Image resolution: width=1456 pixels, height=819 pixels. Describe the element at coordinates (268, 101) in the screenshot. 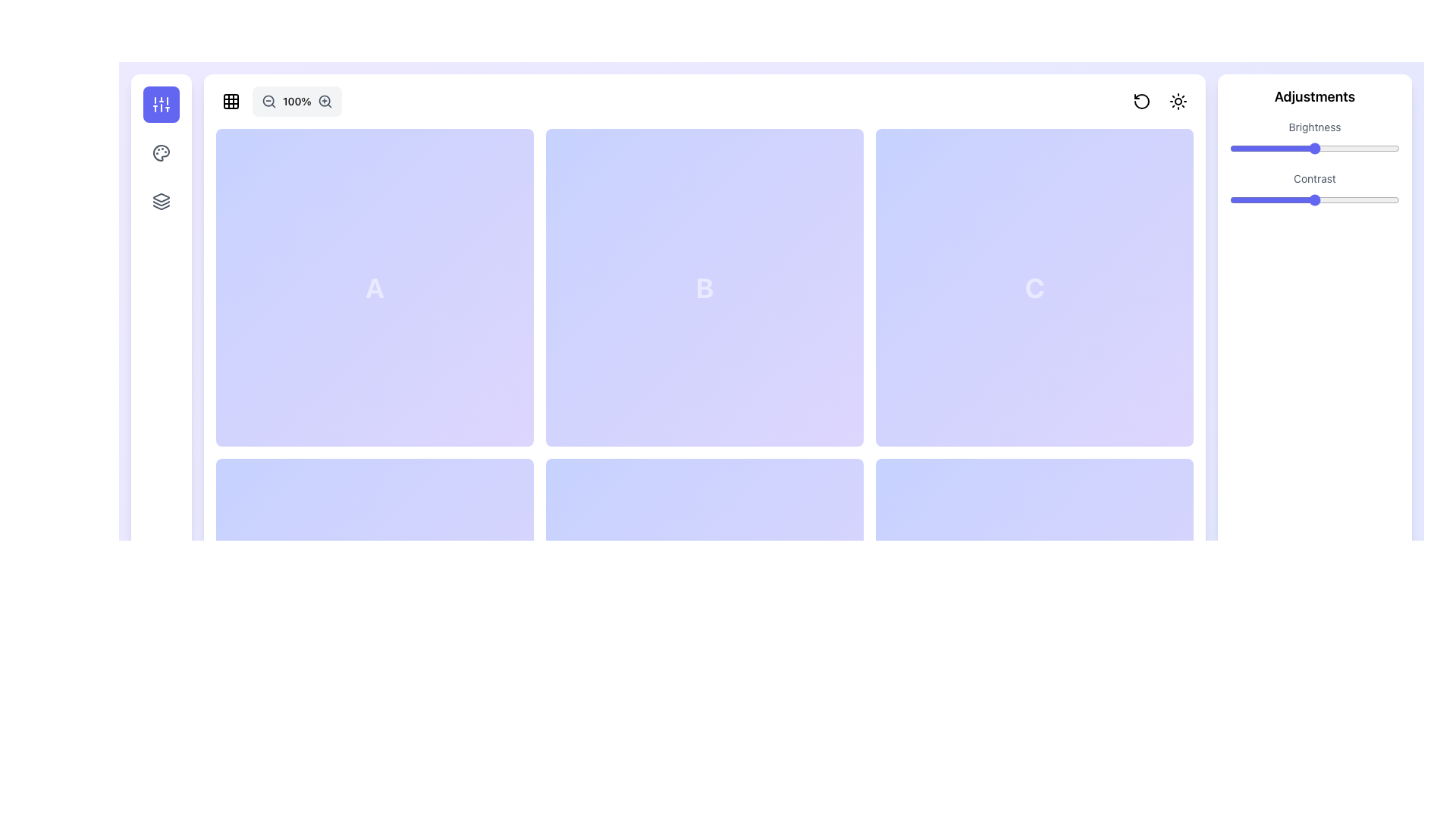

I see `the SVG Circle element that forms the circular portion of the zoom-out icon, located at the top-center of the view` at that location.